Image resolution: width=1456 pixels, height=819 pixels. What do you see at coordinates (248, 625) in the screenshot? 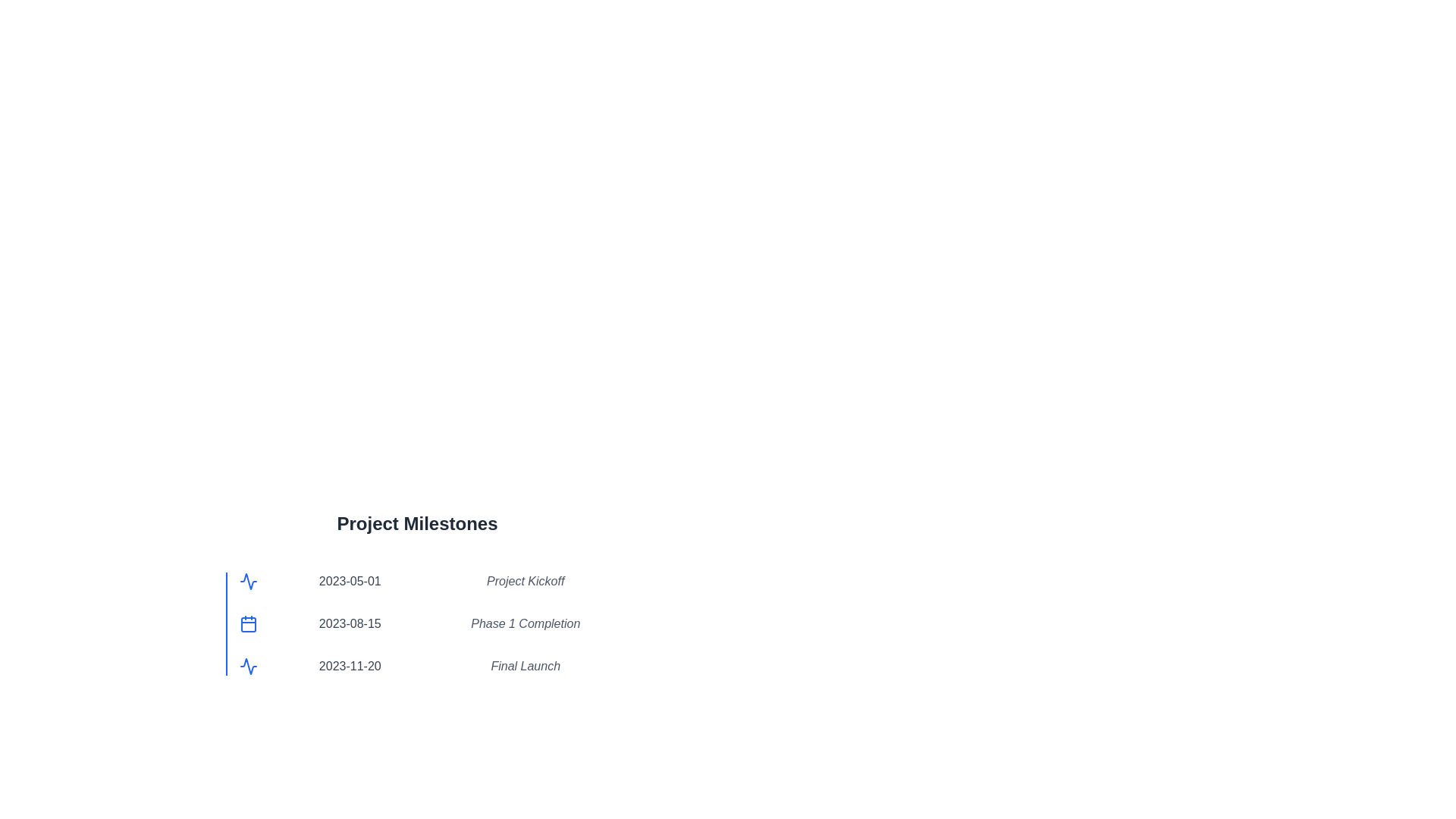
I see `the decorative SVG rectangle that represents the main body of the calendar icon, located in the middle-left of the timeline graphic within the second event of a vertical milestone sequence` at bounding box center [248, 625].